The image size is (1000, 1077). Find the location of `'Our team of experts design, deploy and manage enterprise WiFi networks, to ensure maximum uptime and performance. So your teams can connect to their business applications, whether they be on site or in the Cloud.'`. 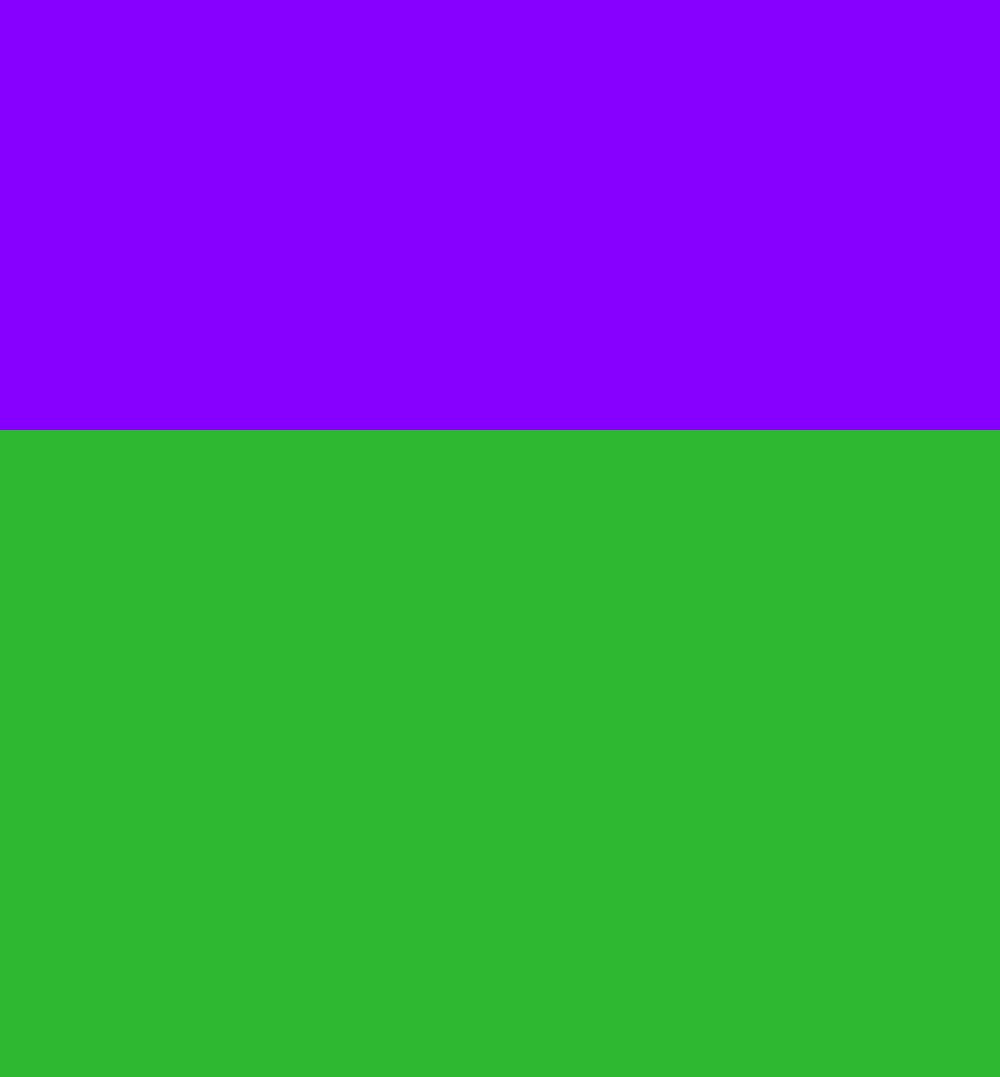

'Our team of experts design, deploy and manage enterprise WiFi networks, to ensure maximum uptime and performance. So your teams can connect to their business applications, whether they be on site or in the Cloud.' is located at coordinates (37, 74).